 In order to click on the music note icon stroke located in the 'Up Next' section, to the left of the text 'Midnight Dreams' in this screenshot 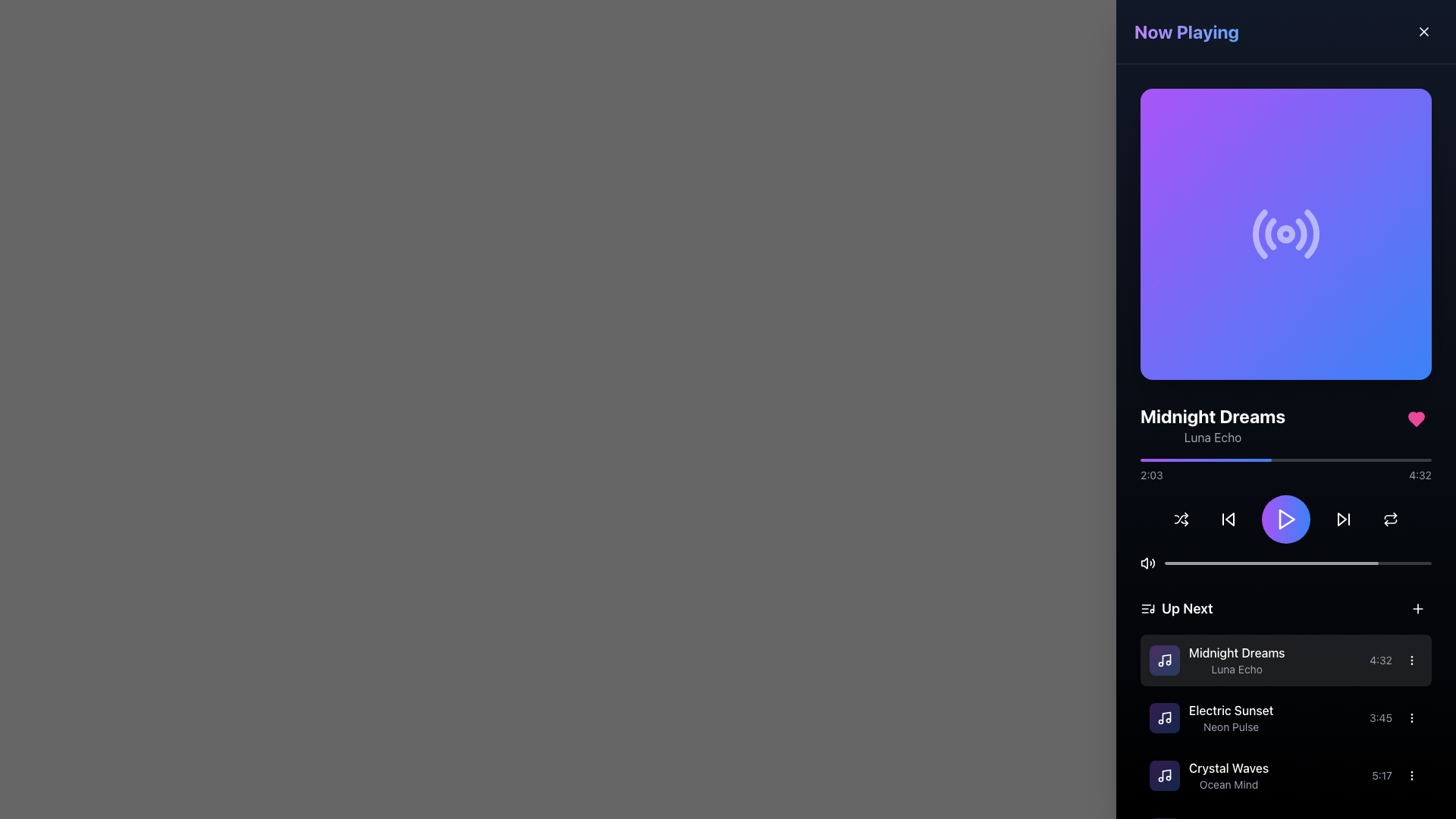, I will do `click(1166, 774)`.